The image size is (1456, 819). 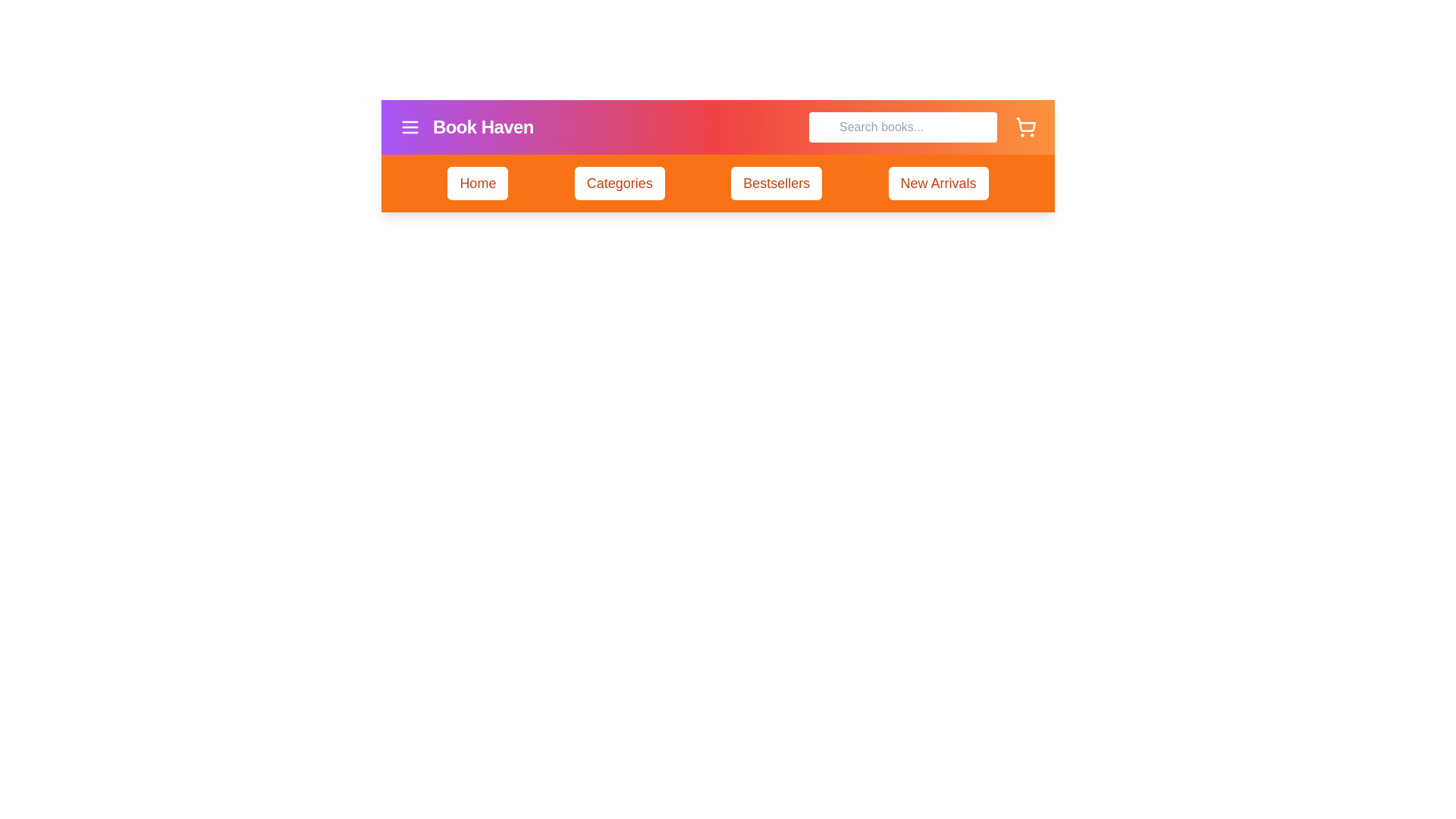 I want to click on the navigation item Categories, so click(x=619, y=183).